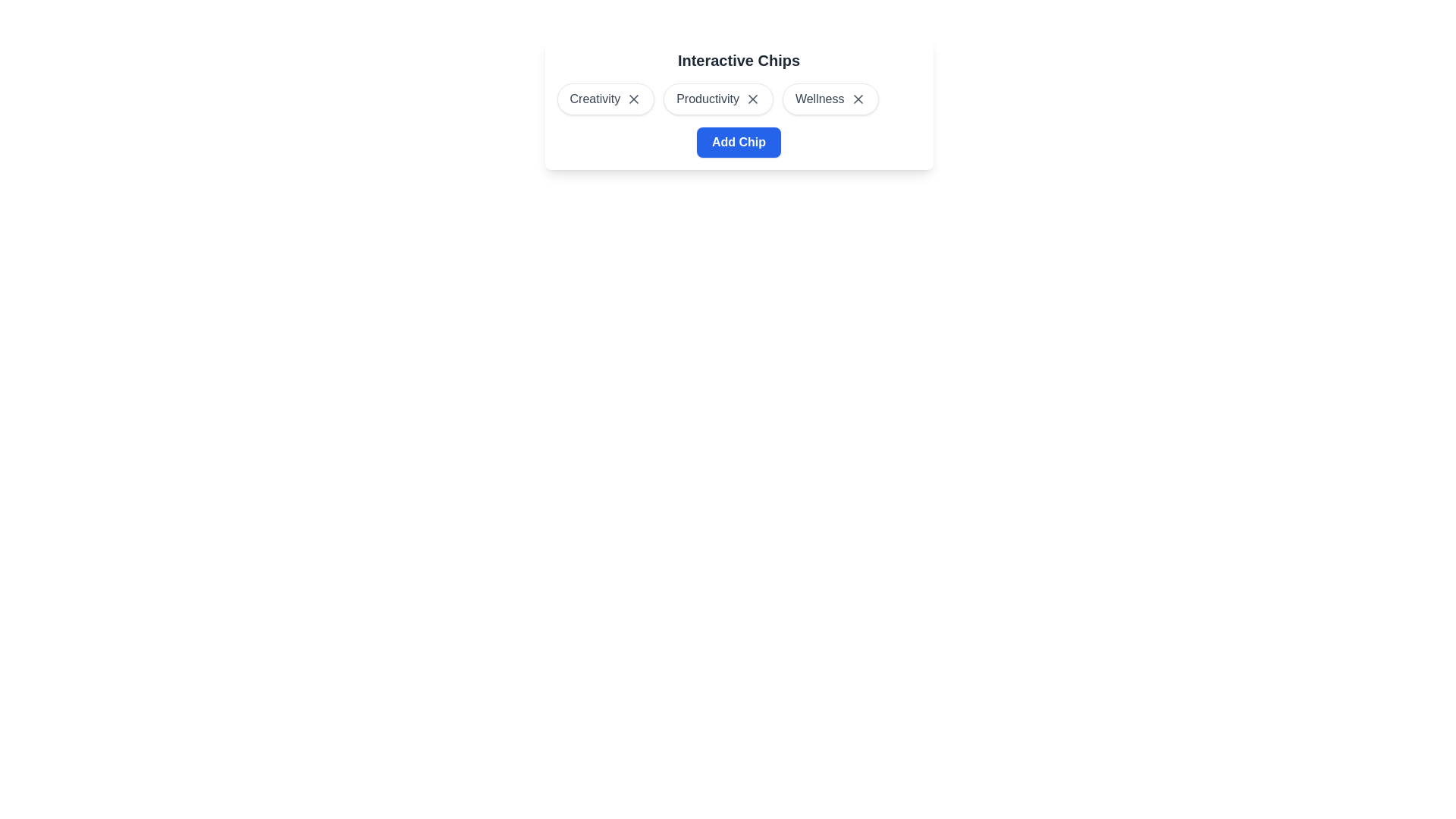 This screenshot has height=819, width=1456. What do you see at coordinates (634, 99) in the screenshot?
I see `the close/remove icon represented by an 'X' symbol located within the first interactive chip labeled 'Creativity'` at bounding box center [634, 99].